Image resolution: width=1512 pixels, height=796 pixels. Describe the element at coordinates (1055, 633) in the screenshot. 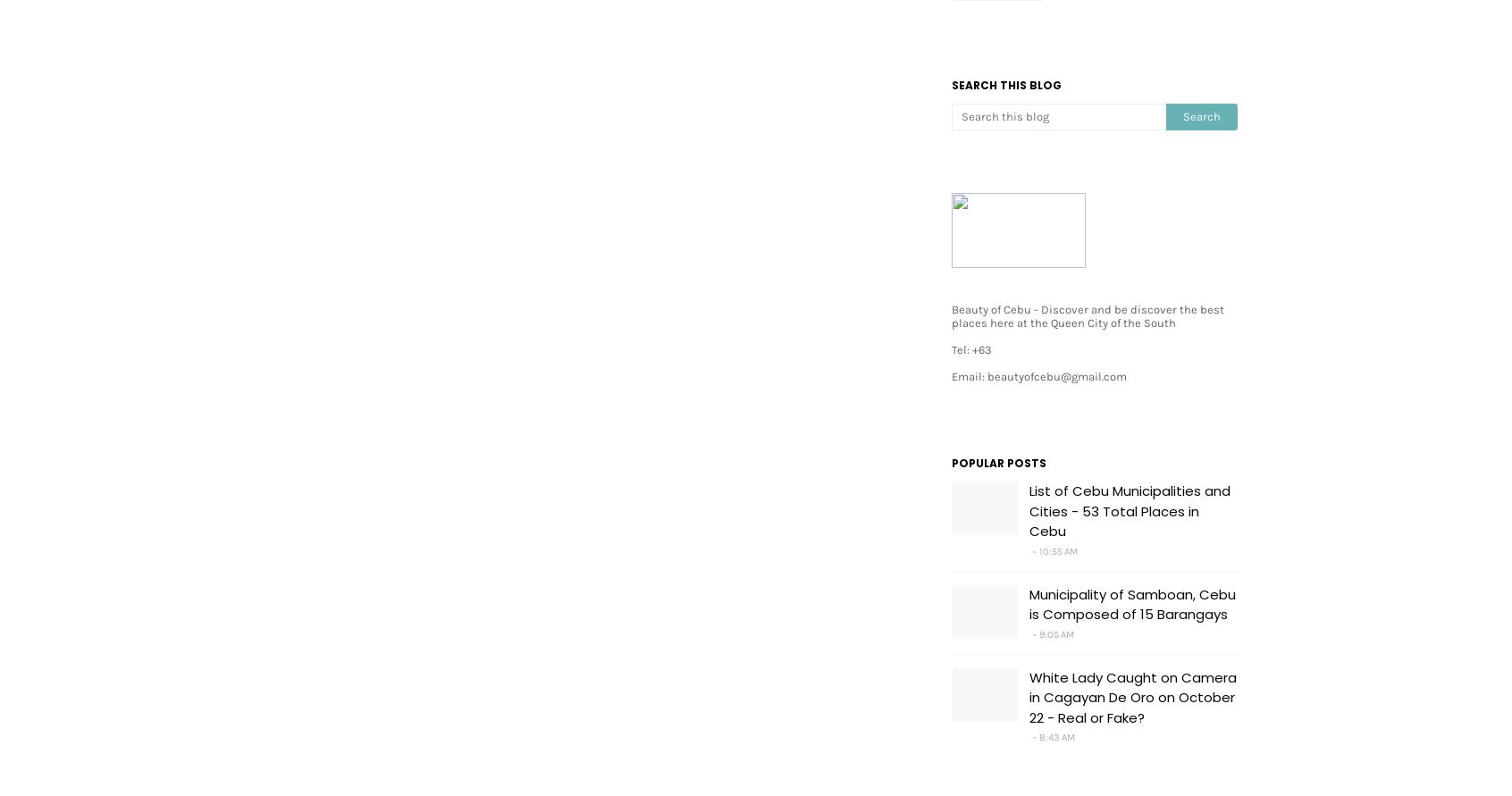

I see `'9:05 AM'` at that location.